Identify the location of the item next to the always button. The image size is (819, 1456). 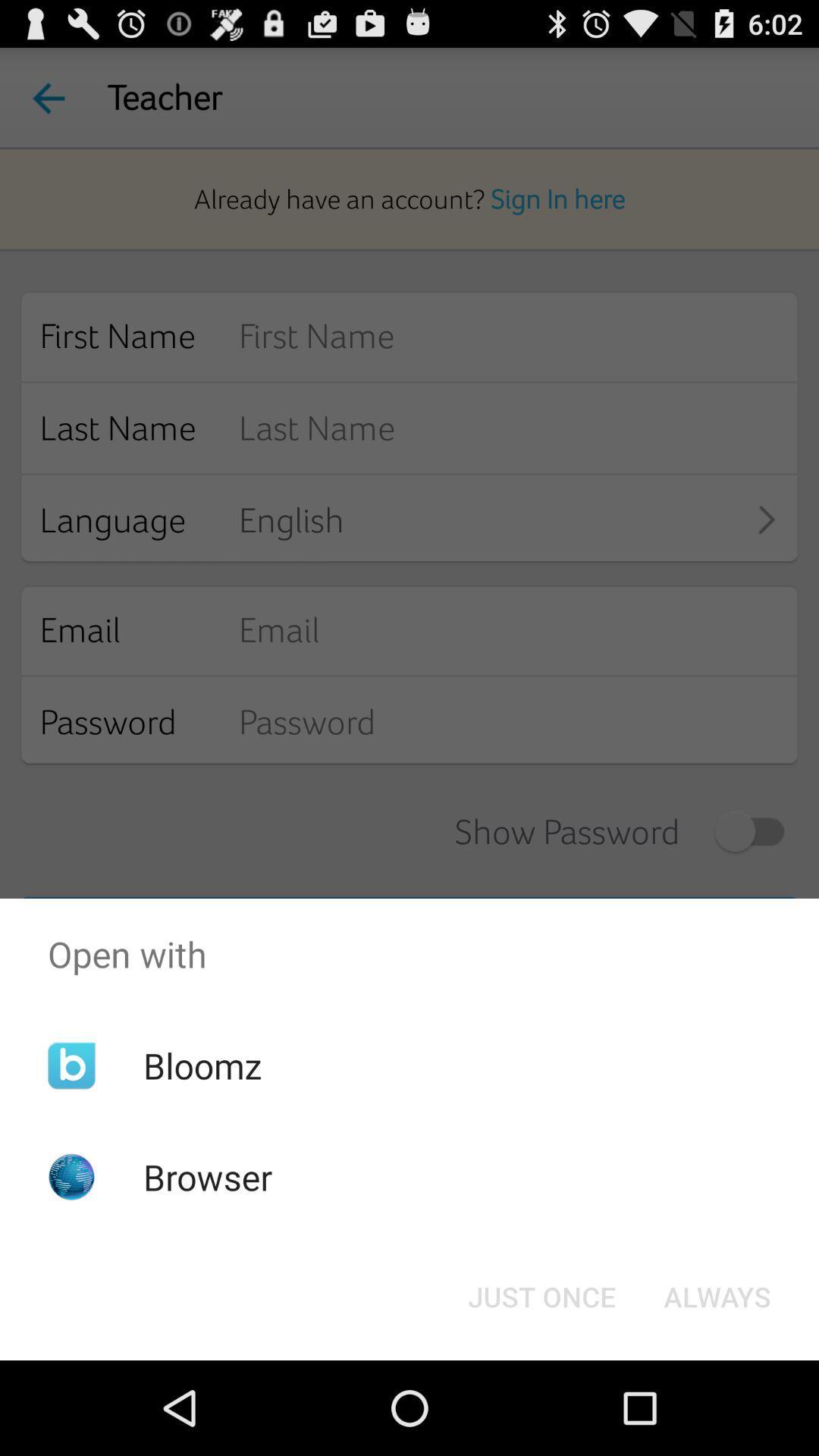
(541, 1295).